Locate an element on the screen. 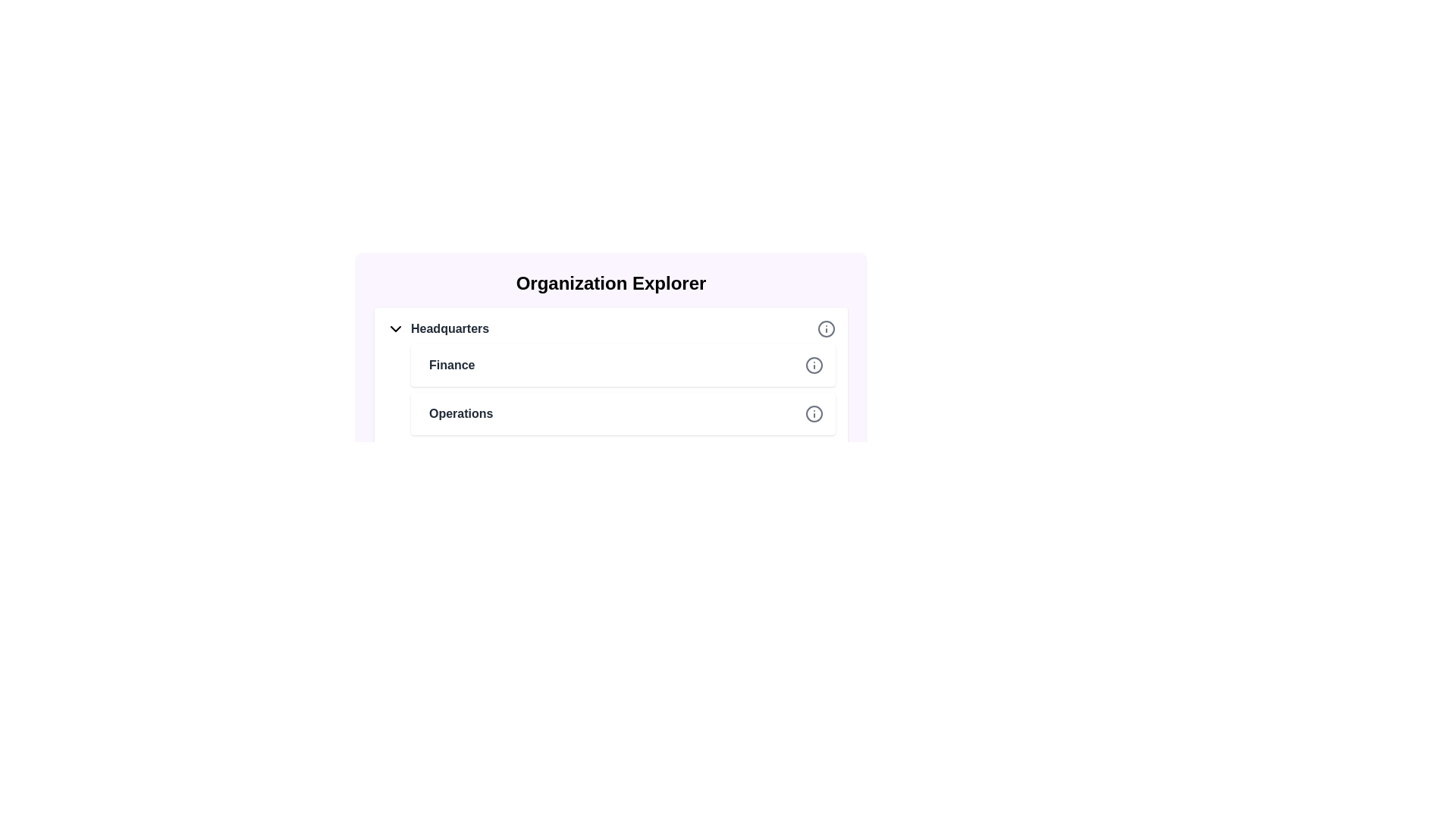 The image size is (1456, 819). the 'Operations' text label located below the 'Finance' item in the vertical list under the 'Headquarters' header is located at coordinates (460, 414).